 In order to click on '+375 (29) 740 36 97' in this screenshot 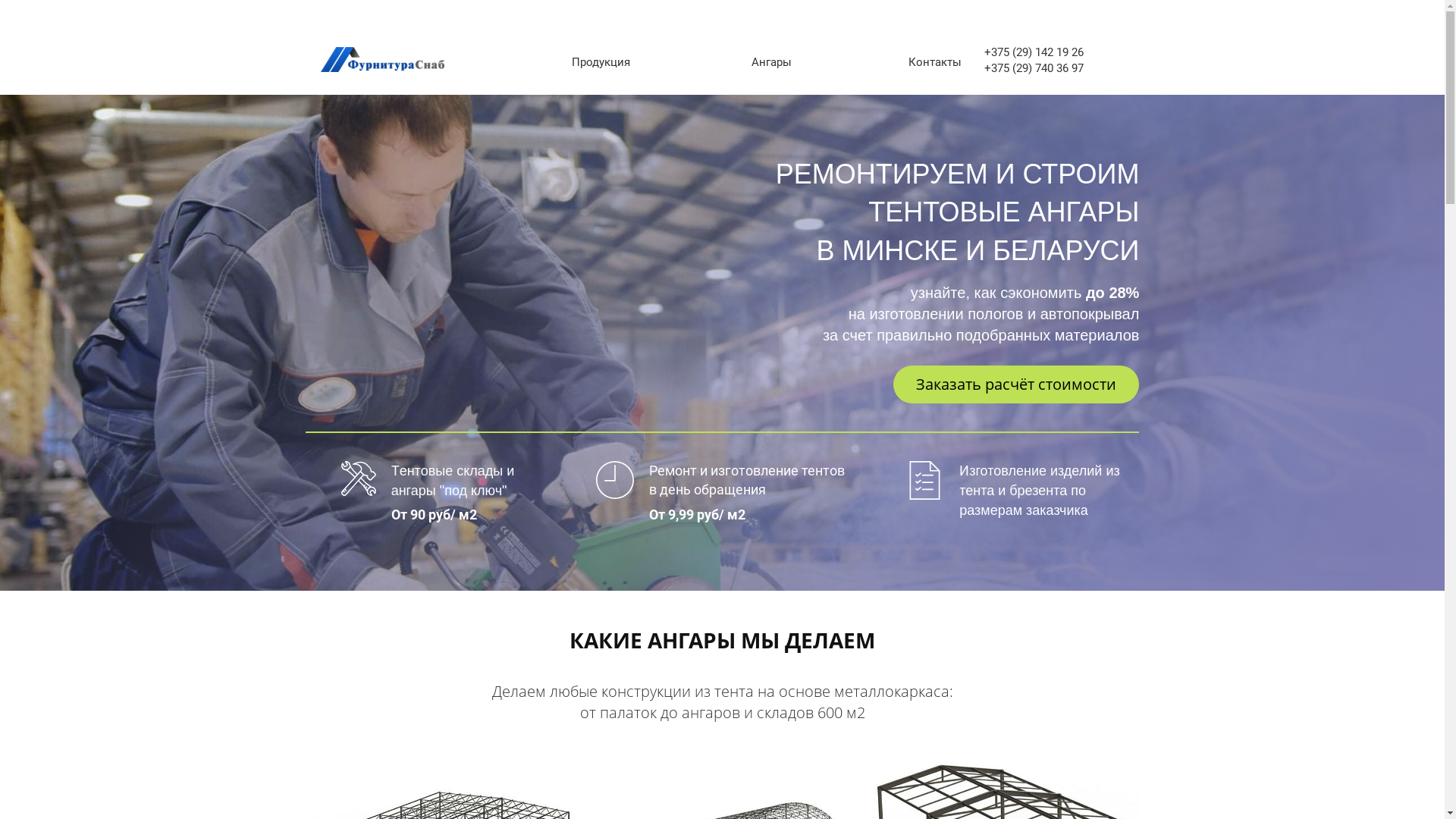, I will do `click(984, 68)`.